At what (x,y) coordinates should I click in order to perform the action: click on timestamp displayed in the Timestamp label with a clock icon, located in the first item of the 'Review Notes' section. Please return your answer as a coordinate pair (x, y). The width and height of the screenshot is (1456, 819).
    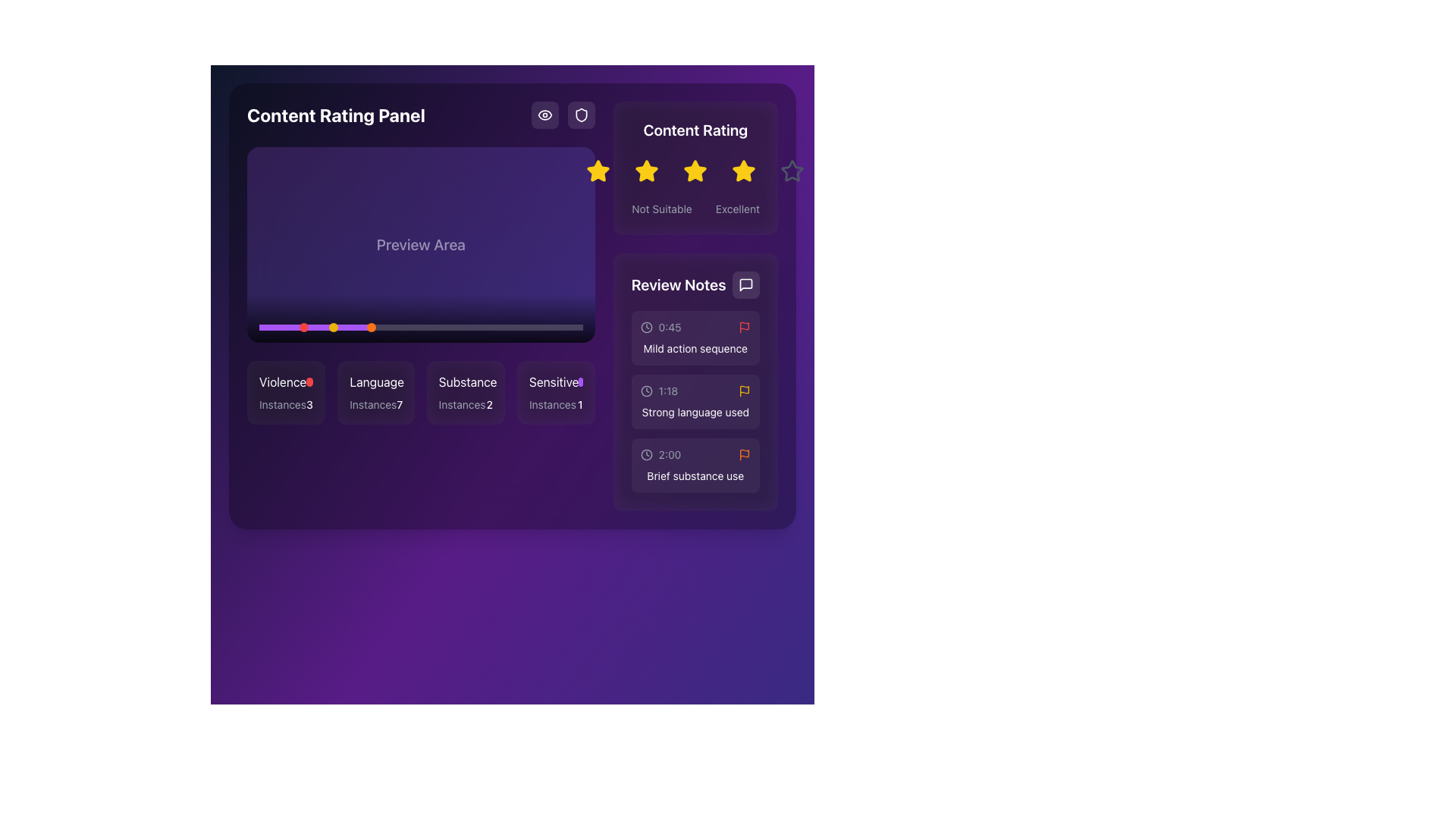
    Looking at the image, I should click on (661, 327).